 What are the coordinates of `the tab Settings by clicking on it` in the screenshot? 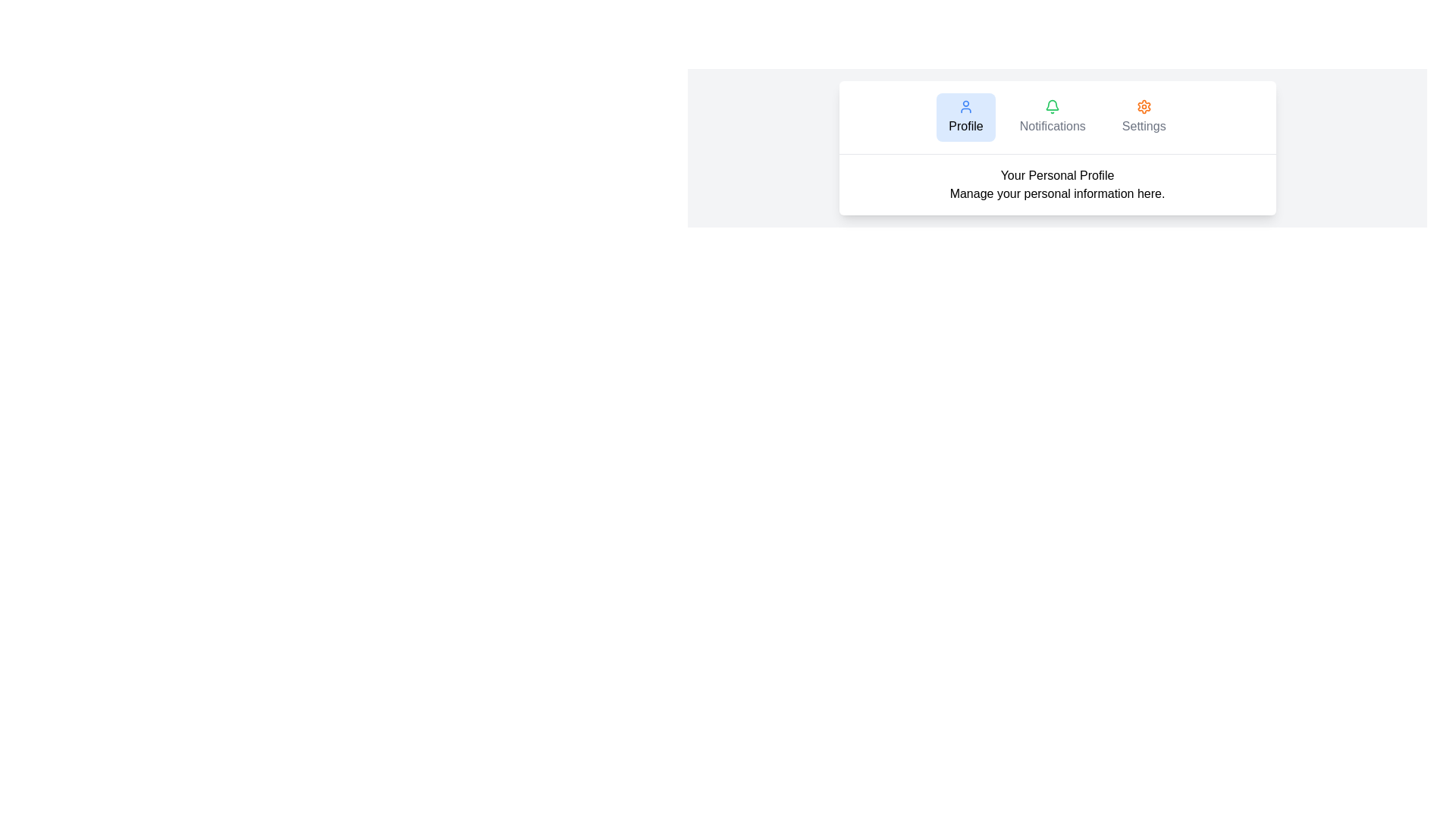 It's located at (1143, 116).